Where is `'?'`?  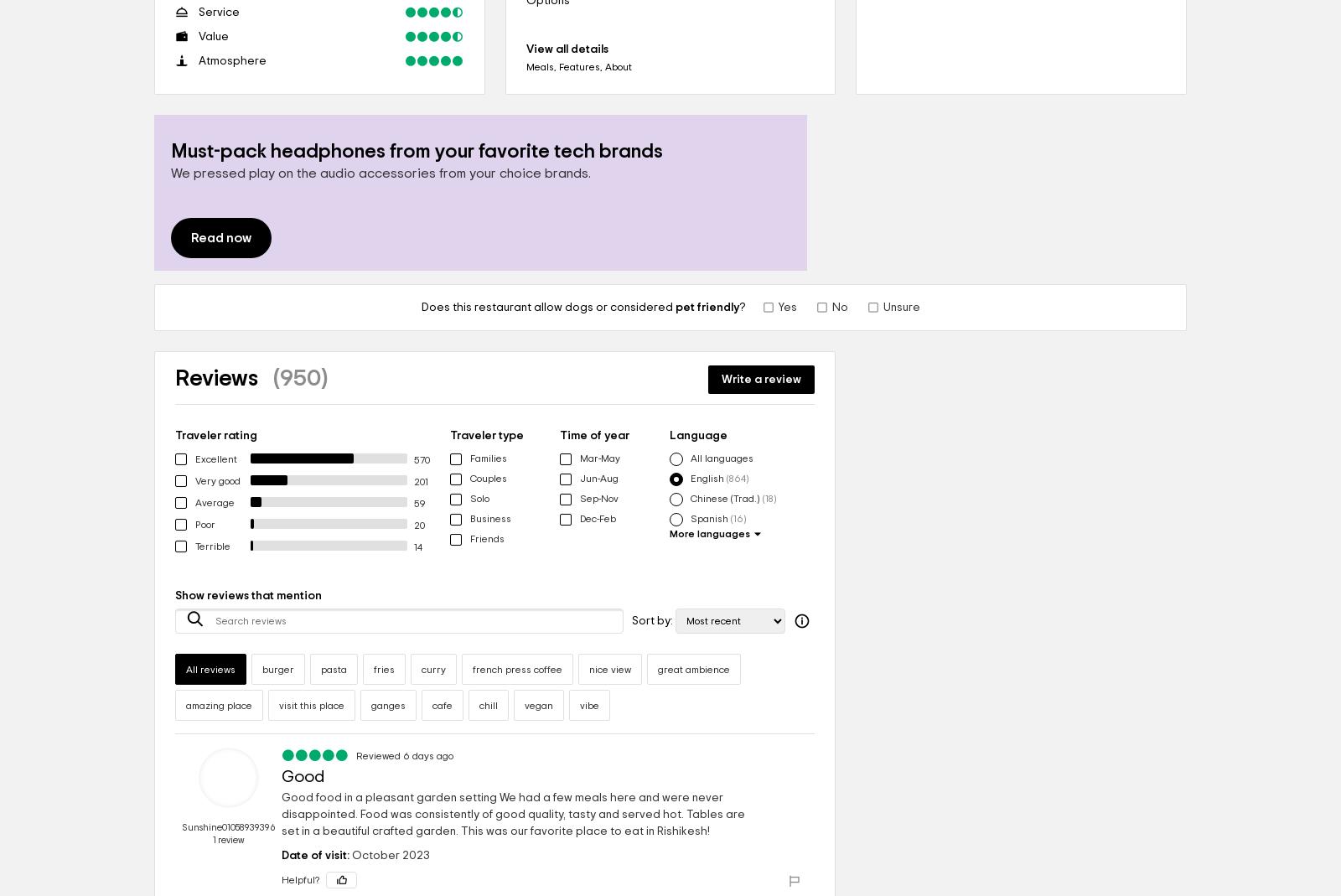 '?' is located at coordinates (740, 307).